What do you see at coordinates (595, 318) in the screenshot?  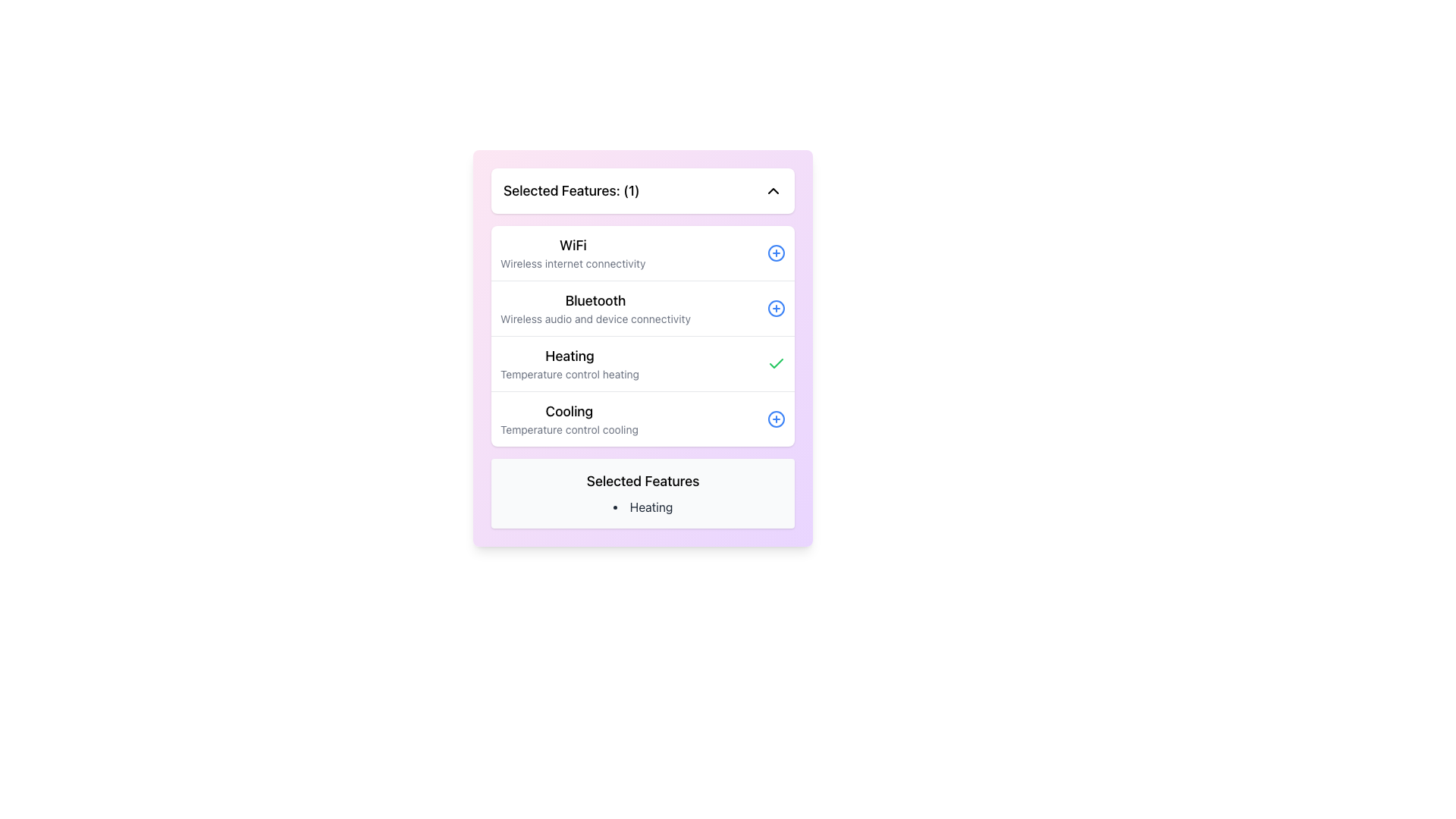 I see `the text label that reads 'Wireless audio and device connectivity', which is styled in a smaller gray font and positioned directly under the 'Bluetooth' heading` at bounding box center [595, 318].